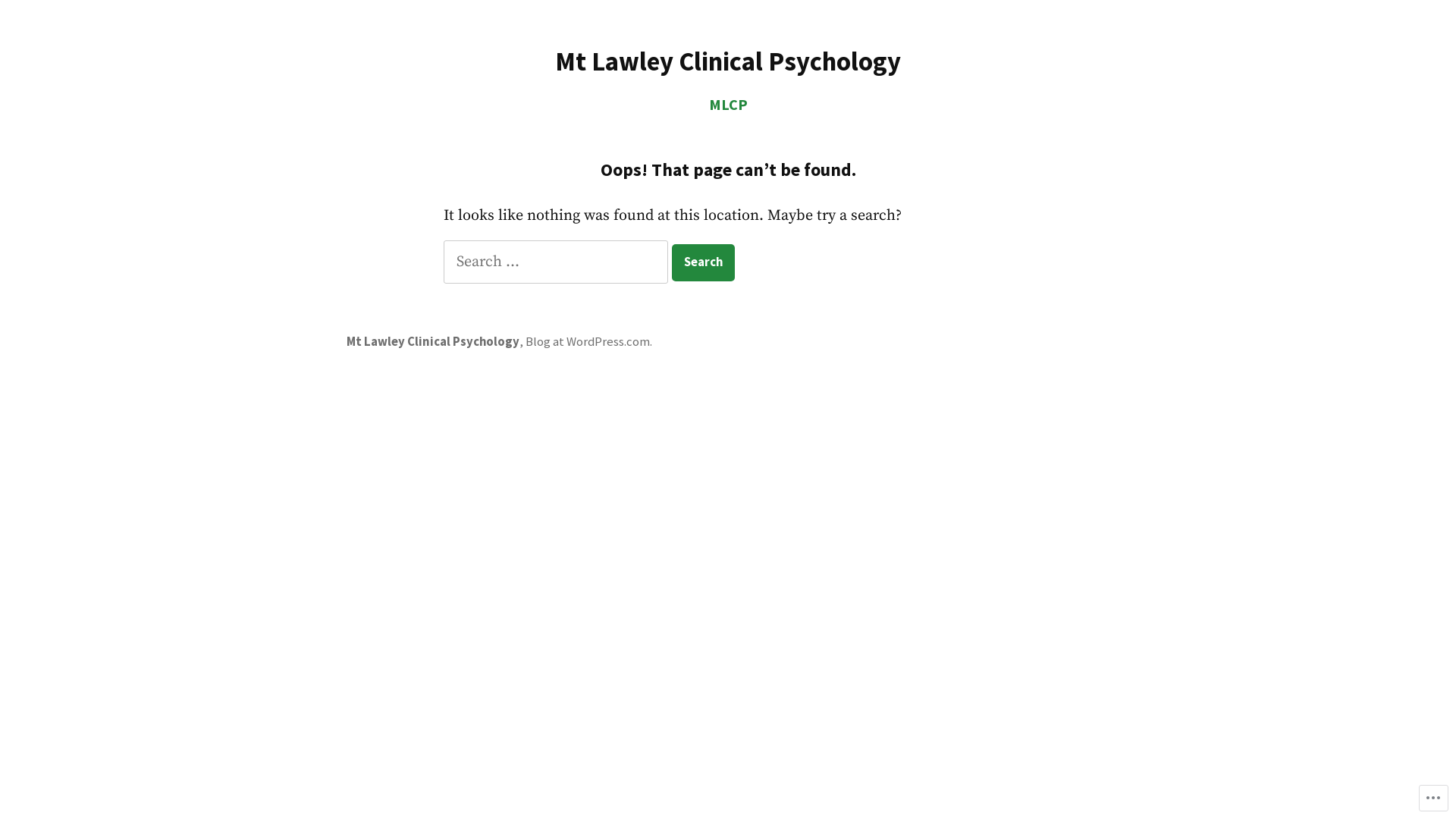  Describe the element at coordinates (432, 341) in the screenshot. I see `'Mt Lawley Clinical Psychology'` at that location.